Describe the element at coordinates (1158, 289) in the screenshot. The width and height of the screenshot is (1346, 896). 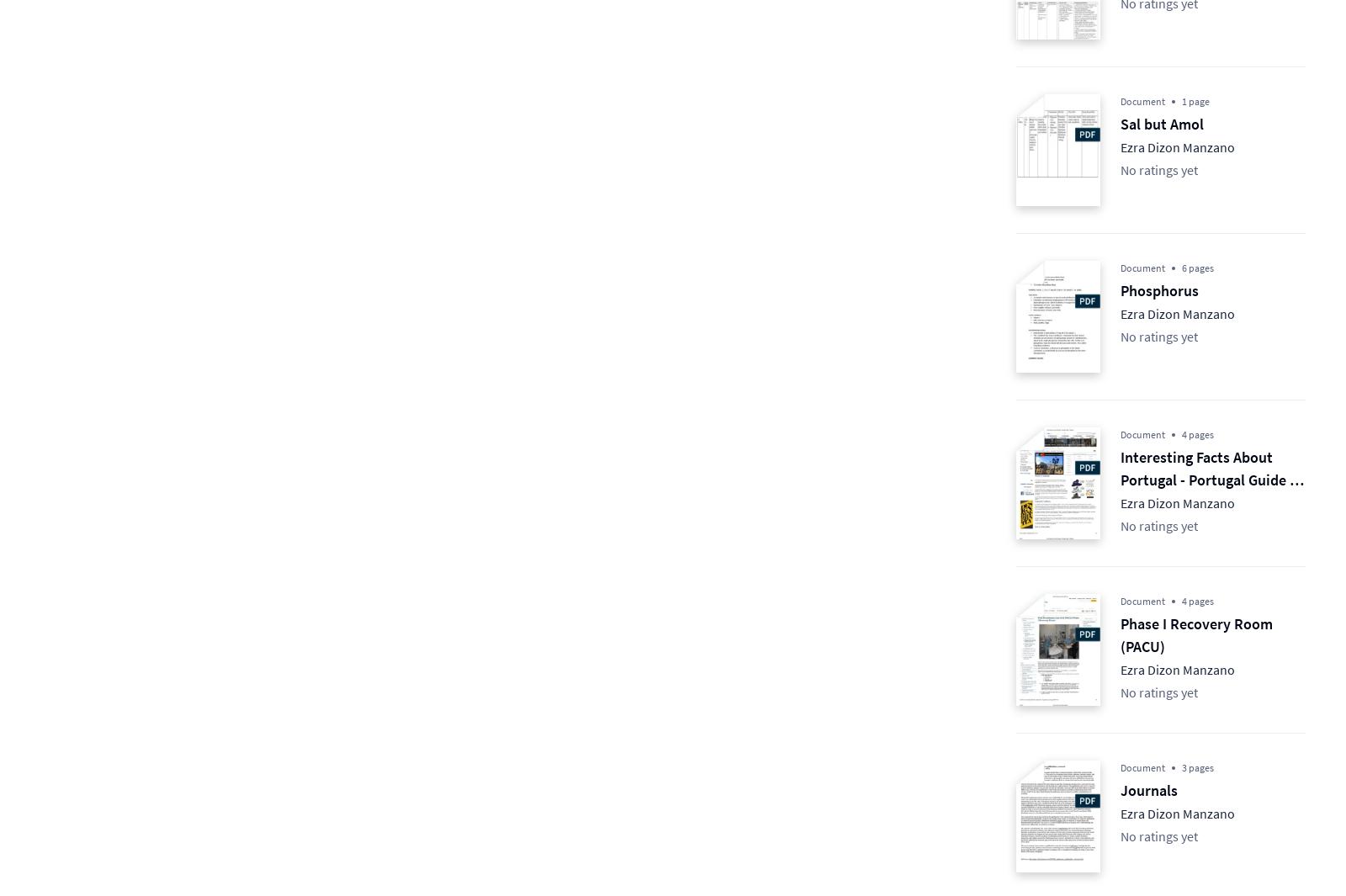
I see `'Phosphorus'` at that location.